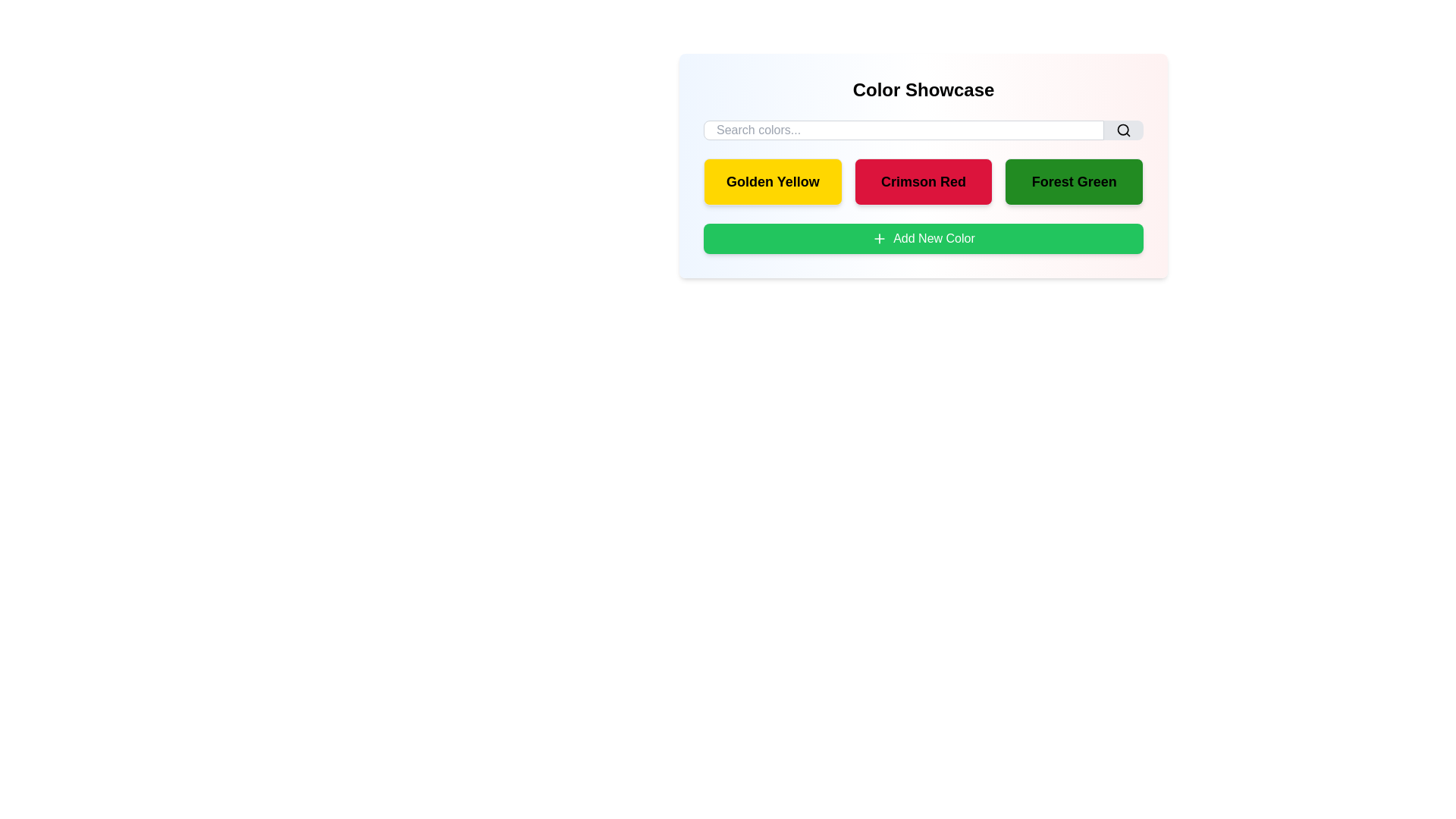 The height and width of the screenshot is (819, 1456). Describe the element at coordinates (1073, 180) in the screenshot. I see `text displayed in the 'Forest Green' label, which is bold and centrally aligned, located on the green button in the row of color options` at that location.